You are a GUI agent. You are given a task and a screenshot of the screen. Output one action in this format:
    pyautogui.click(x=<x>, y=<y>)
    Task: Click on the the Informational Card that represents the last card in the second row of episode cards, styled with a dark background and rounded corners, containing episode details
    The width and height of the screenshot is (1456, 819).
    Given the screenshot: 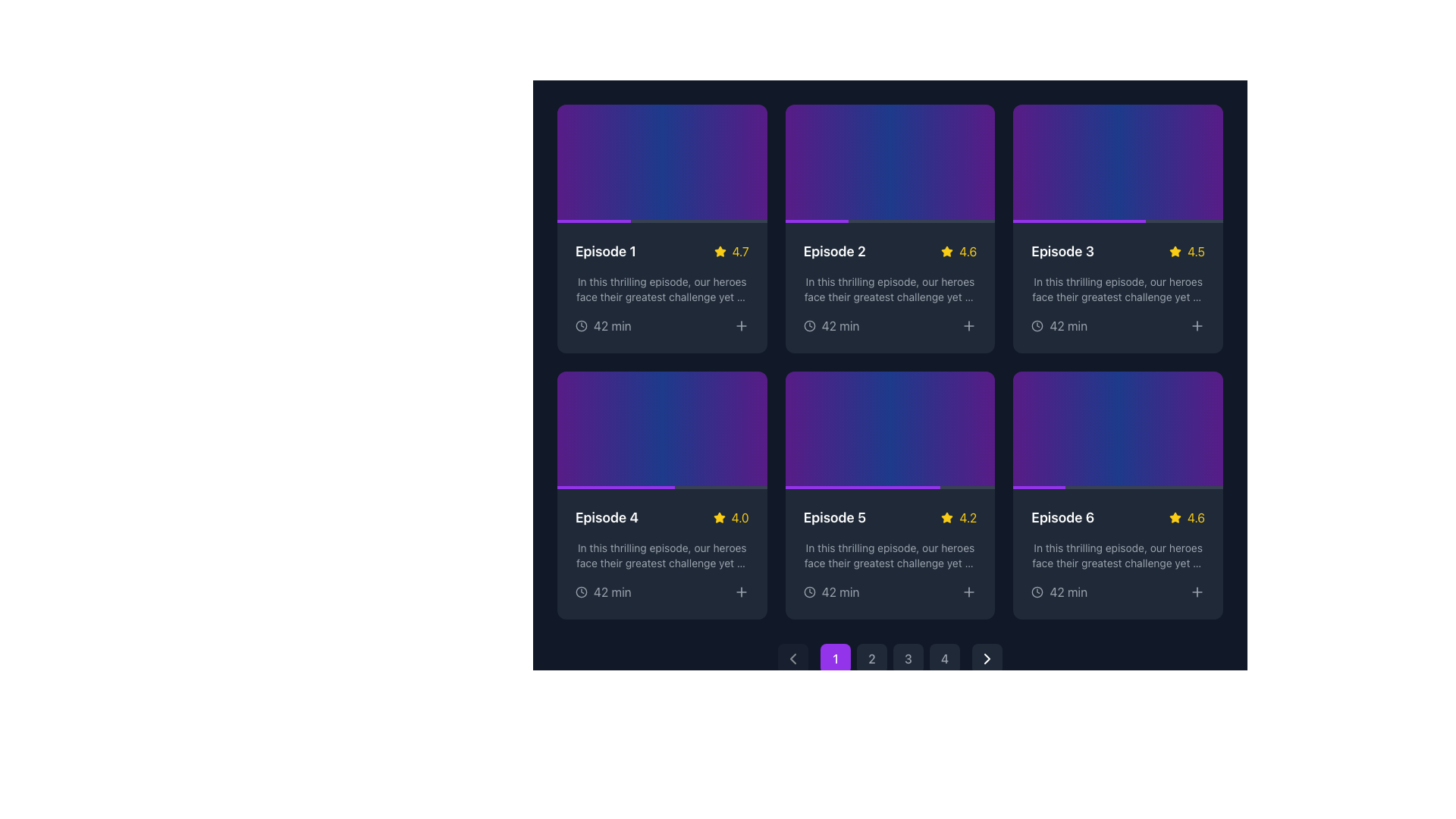 What is the action you would take?
    pyautogui.click(x=1118, y=554)
    